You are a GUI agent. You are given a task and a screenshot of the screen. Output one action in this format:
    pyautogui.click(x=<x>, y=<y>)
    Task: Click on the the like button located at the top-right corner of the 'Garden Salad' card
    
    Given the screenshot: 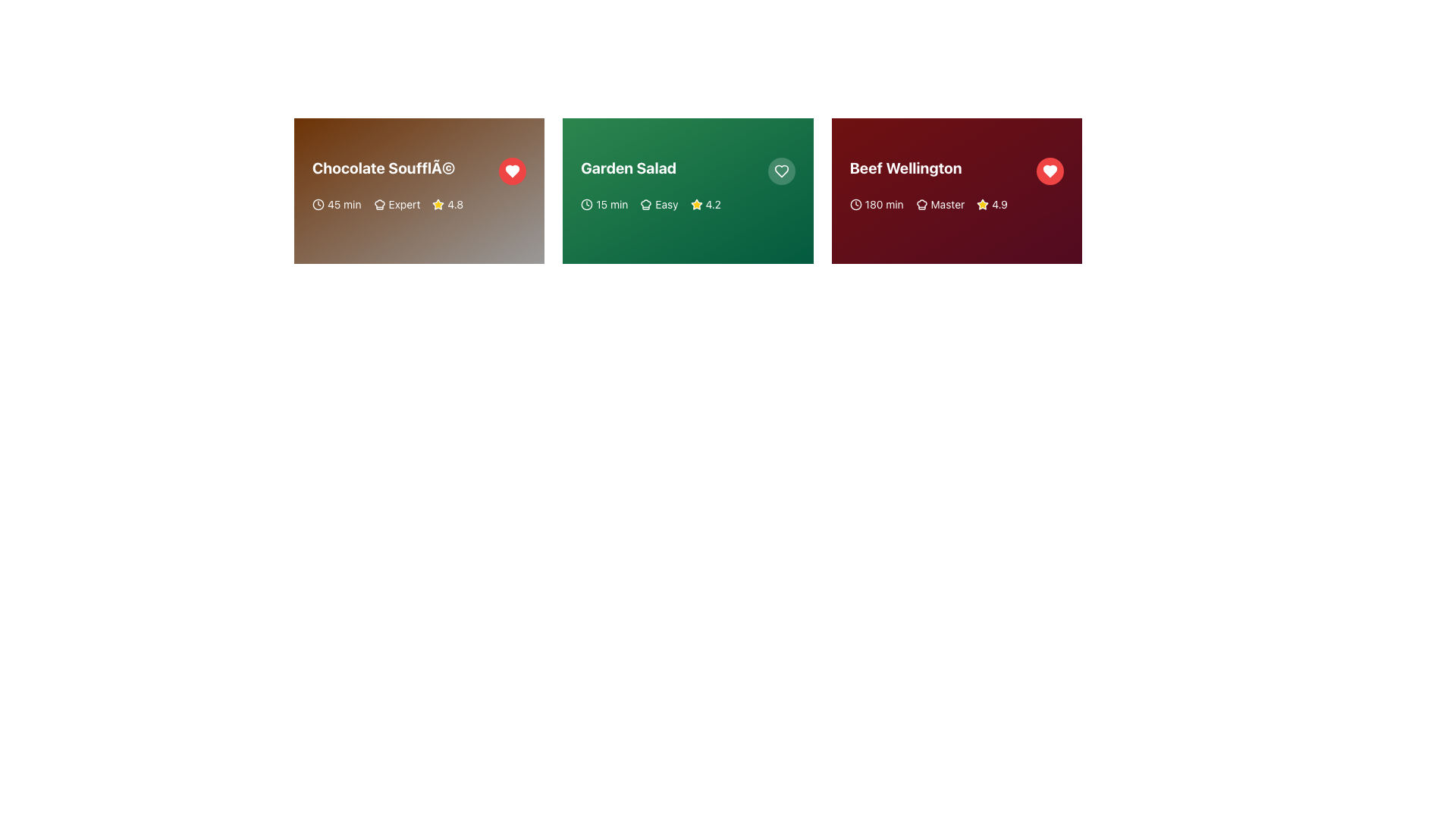 What is the action you would take?
    pyautogui.click(x=781, y=171)
    